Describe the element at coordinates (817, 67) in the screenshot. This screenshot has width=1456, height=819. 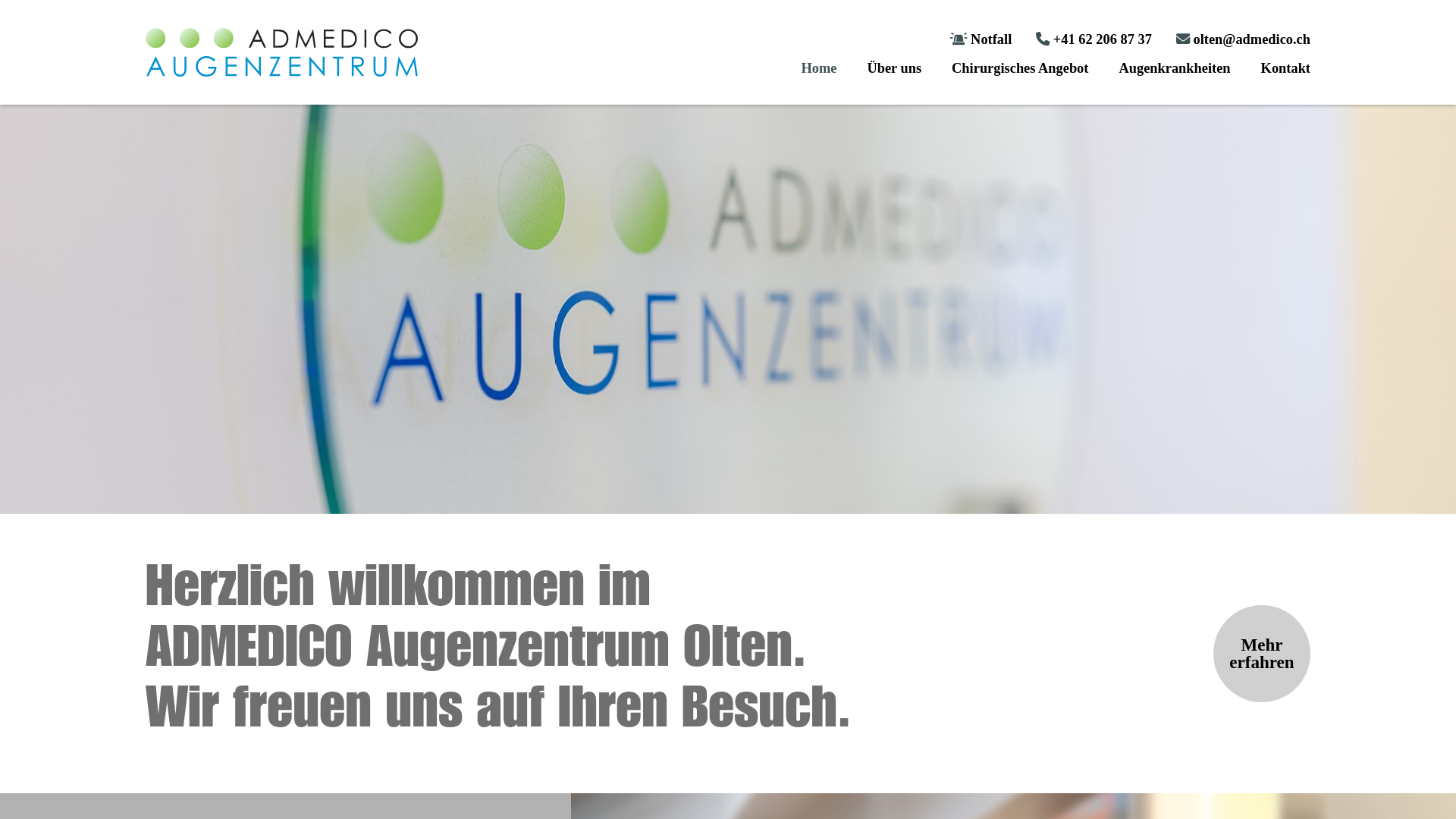
I see `'Home'` at that location.